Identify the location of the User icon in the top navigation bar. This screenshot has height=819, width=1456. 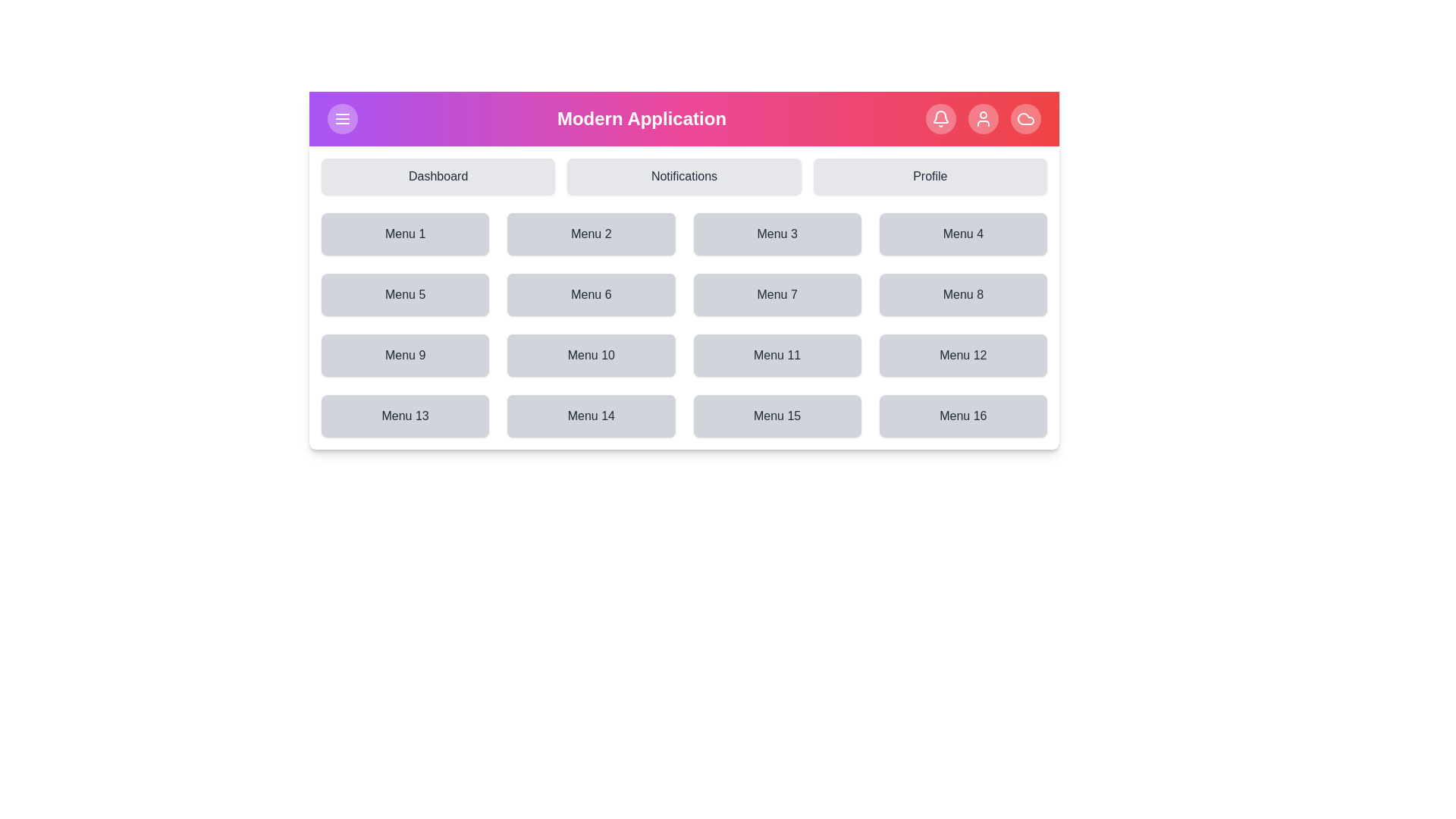
(983, 118).